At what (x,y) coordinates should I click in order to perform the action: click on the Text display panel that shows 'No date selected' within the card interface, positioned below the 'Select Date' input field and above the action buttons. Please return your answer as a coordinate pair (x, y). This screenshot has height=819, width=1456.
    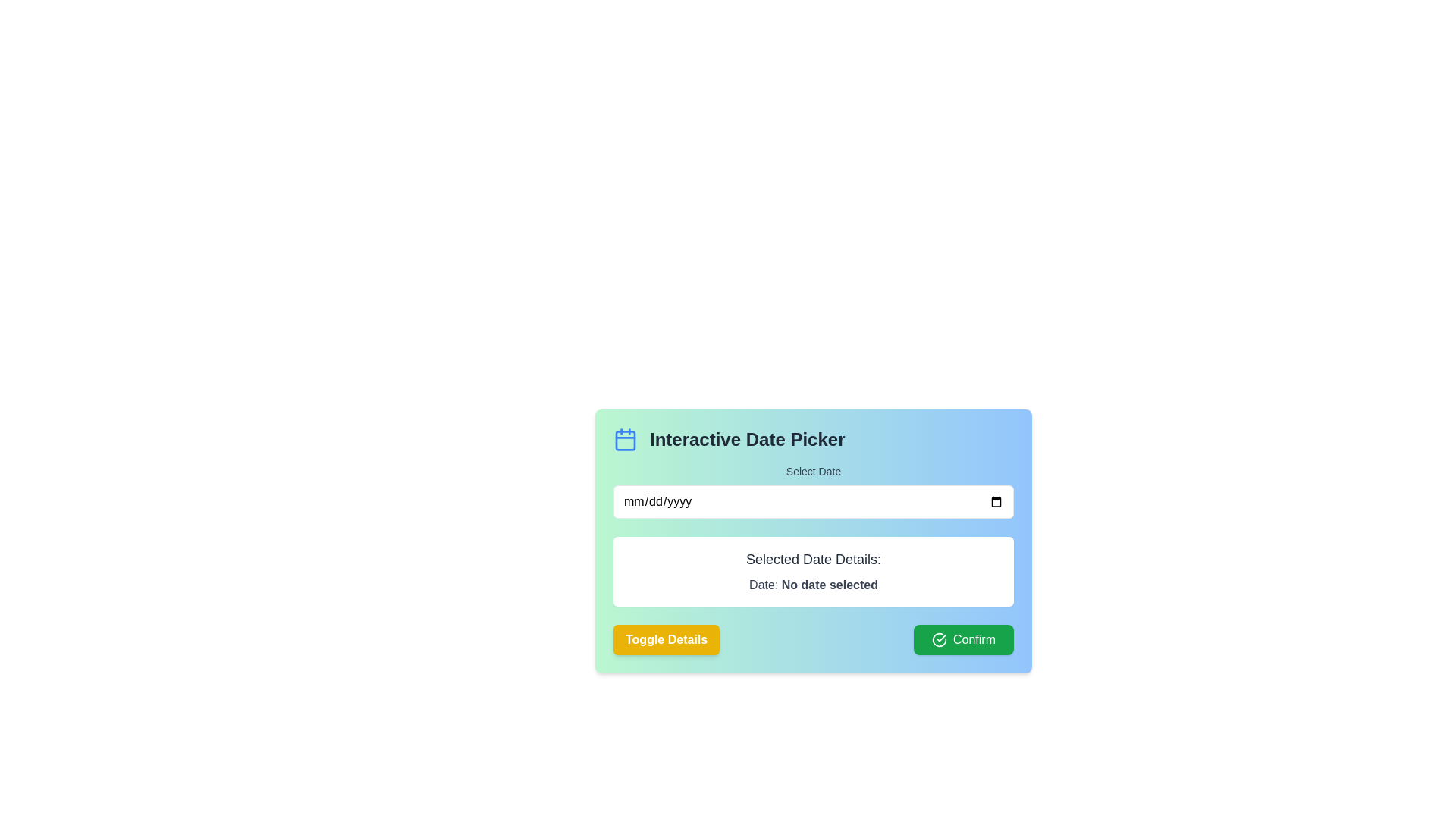
    Looking at the image, I should click on (813, 571).